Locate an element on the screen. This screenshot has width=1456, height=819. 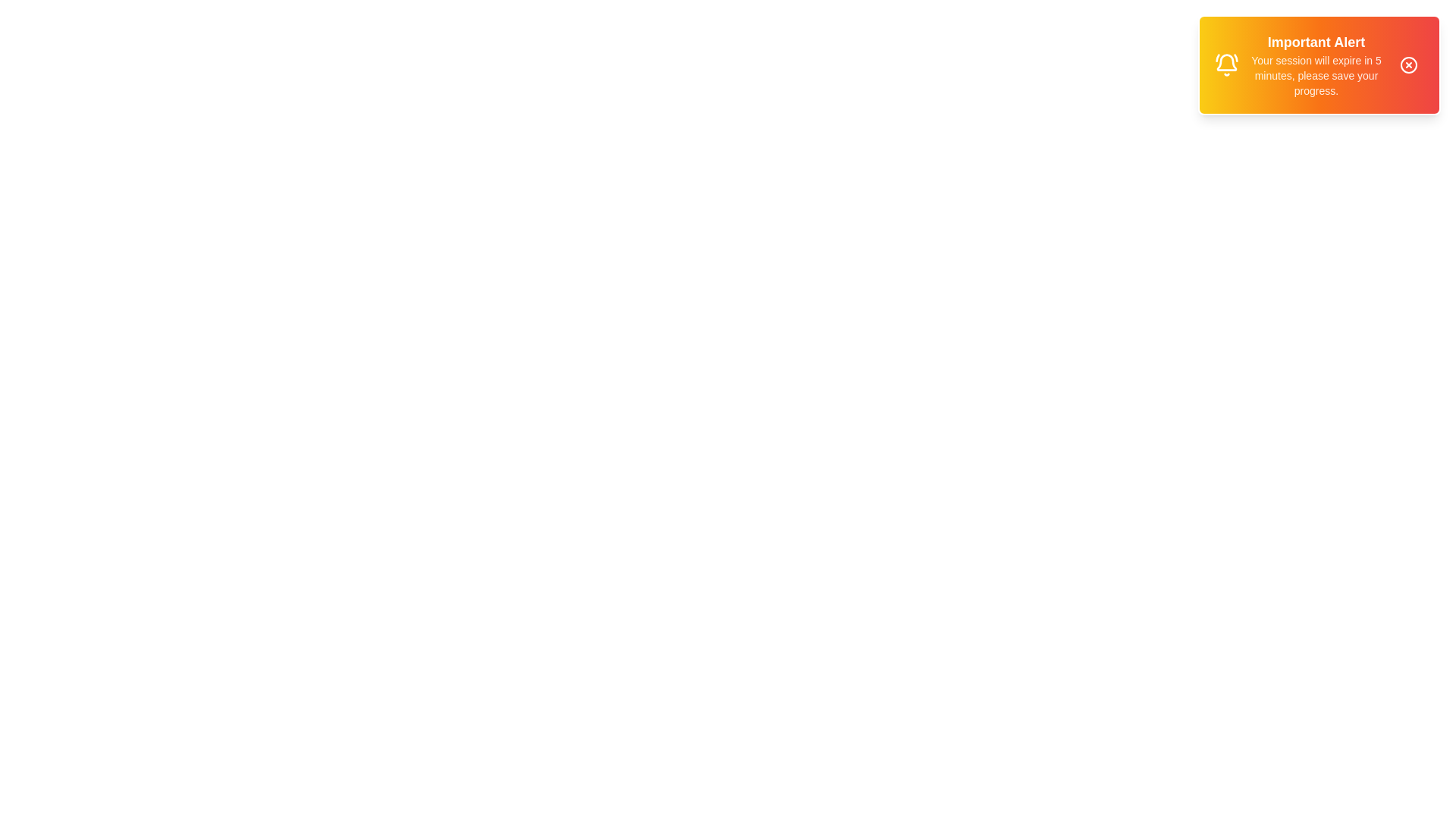
close button to dismiss the notification is located at coordinates (1407, 64).